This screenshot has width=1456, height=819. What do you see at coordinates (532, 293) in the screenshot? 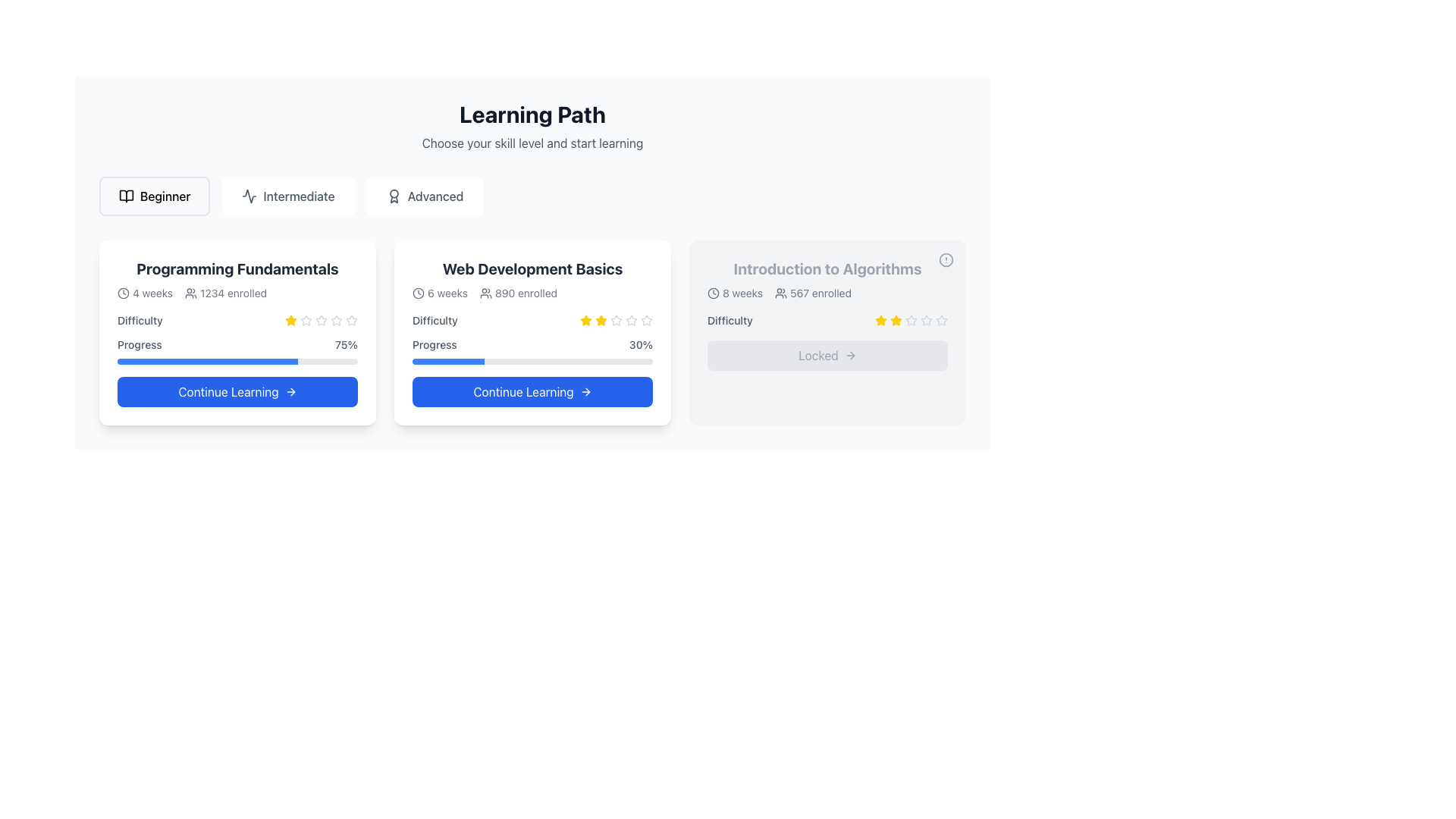
I see `the Informational group that displays the course duration and current enrollees, located below 'Web Development Basics' in the second card from the left` at bounding box center [532, 293].